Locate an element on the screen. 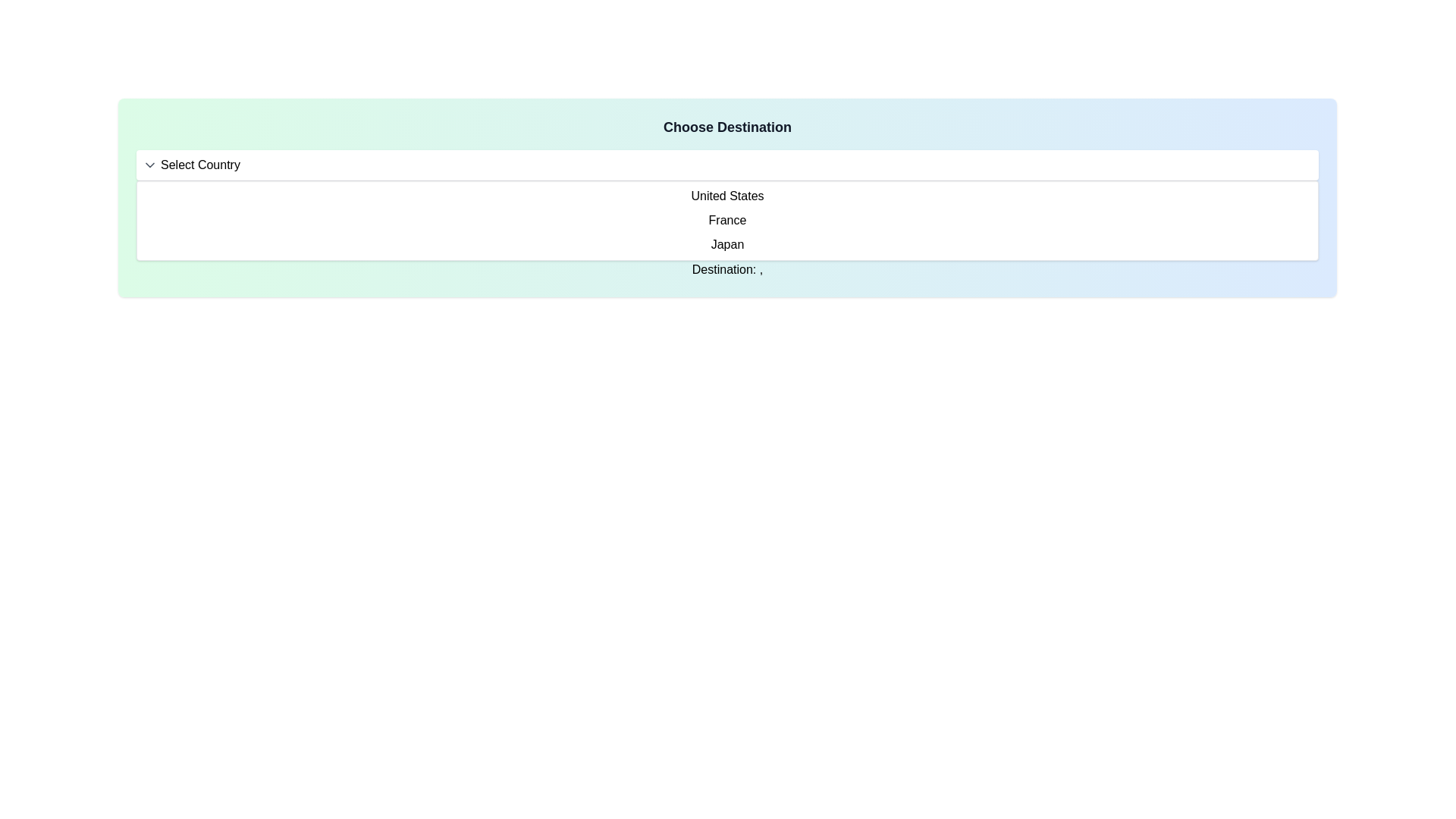 The image size is (1456, 819). the downward-pointing gray chevron icon located to the left of the 'Select Country' text is located at coordinates (149, 165).